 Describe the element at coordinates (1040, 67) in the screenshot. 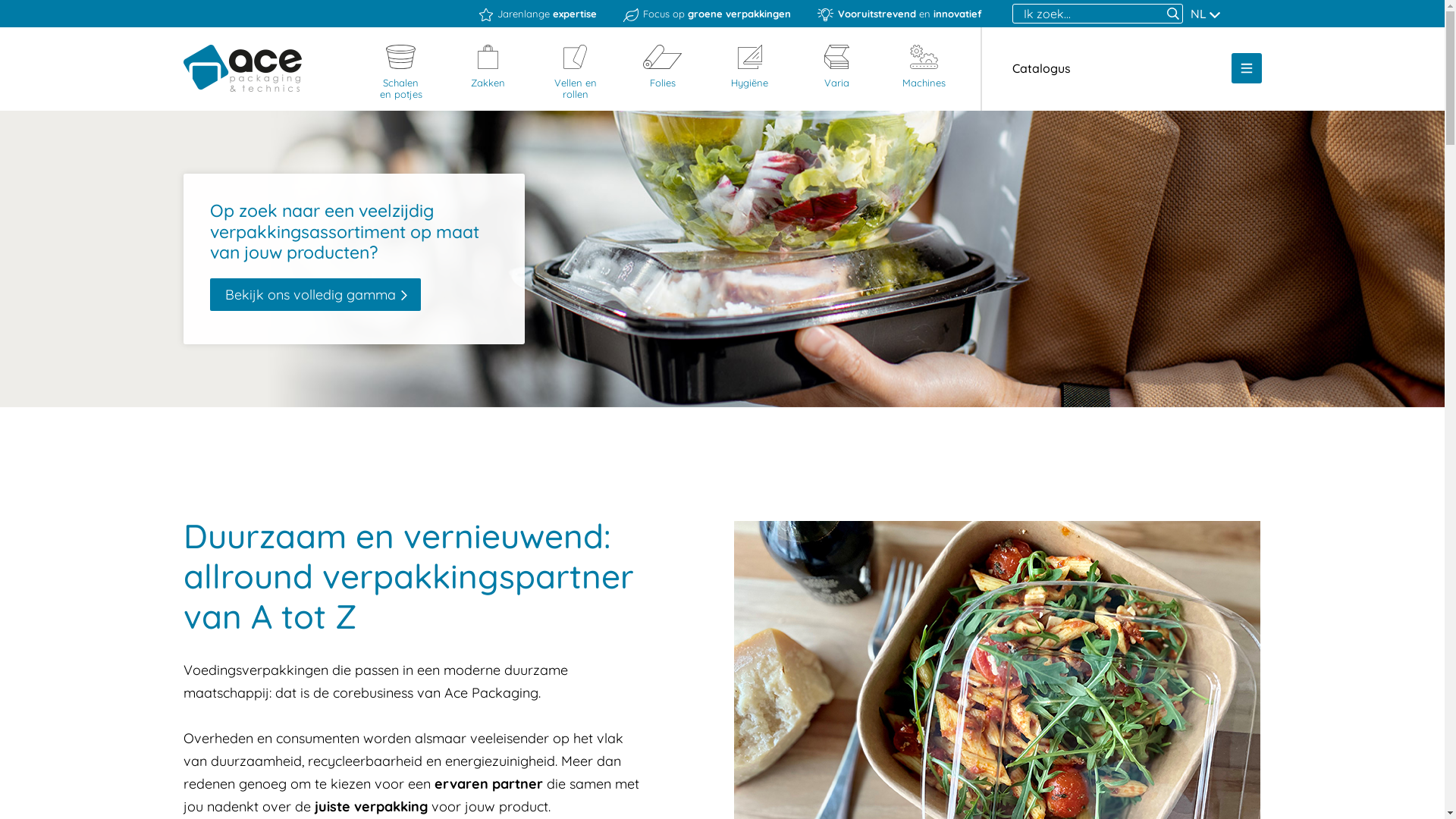

I see `'Catalogus'` at that location.